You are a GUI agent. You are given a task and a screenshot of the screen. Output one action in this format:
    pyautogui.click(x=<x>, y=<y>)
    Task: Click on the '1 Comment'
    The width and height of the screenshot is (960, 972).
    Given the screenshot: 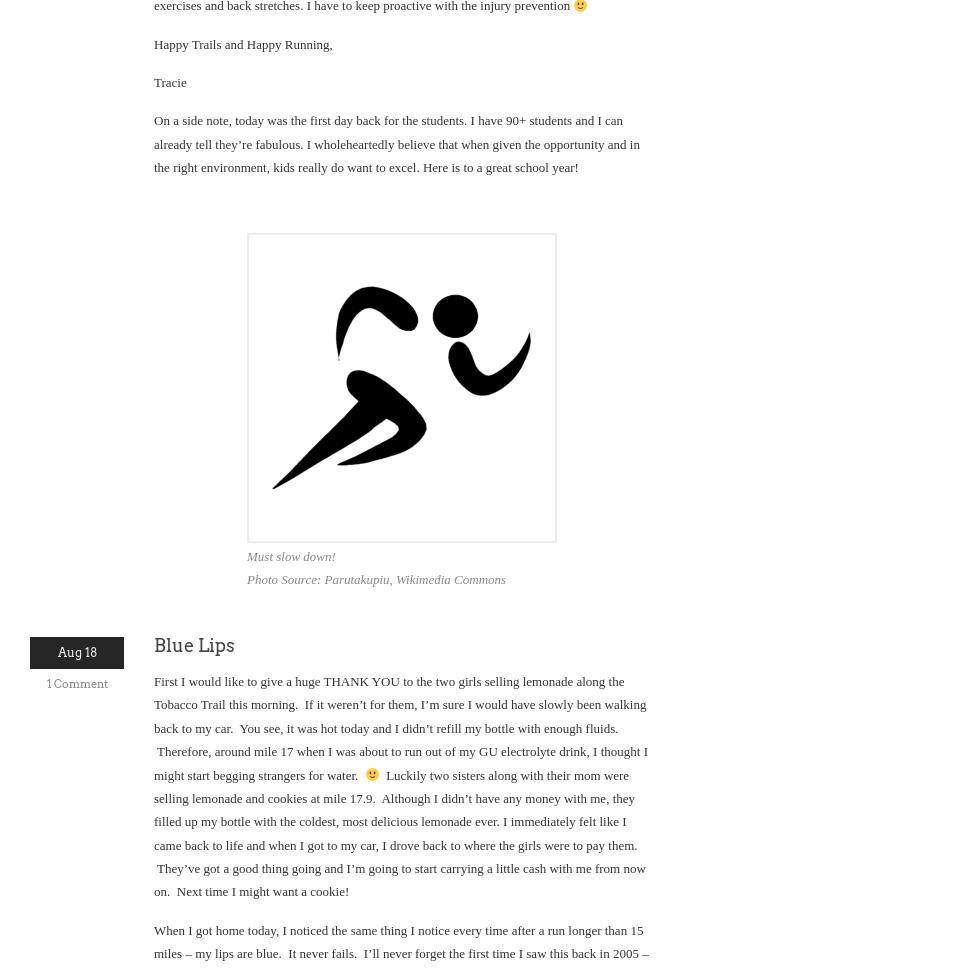 What is the action you would take?
    pyautogui.click(x=76, y=682)
    